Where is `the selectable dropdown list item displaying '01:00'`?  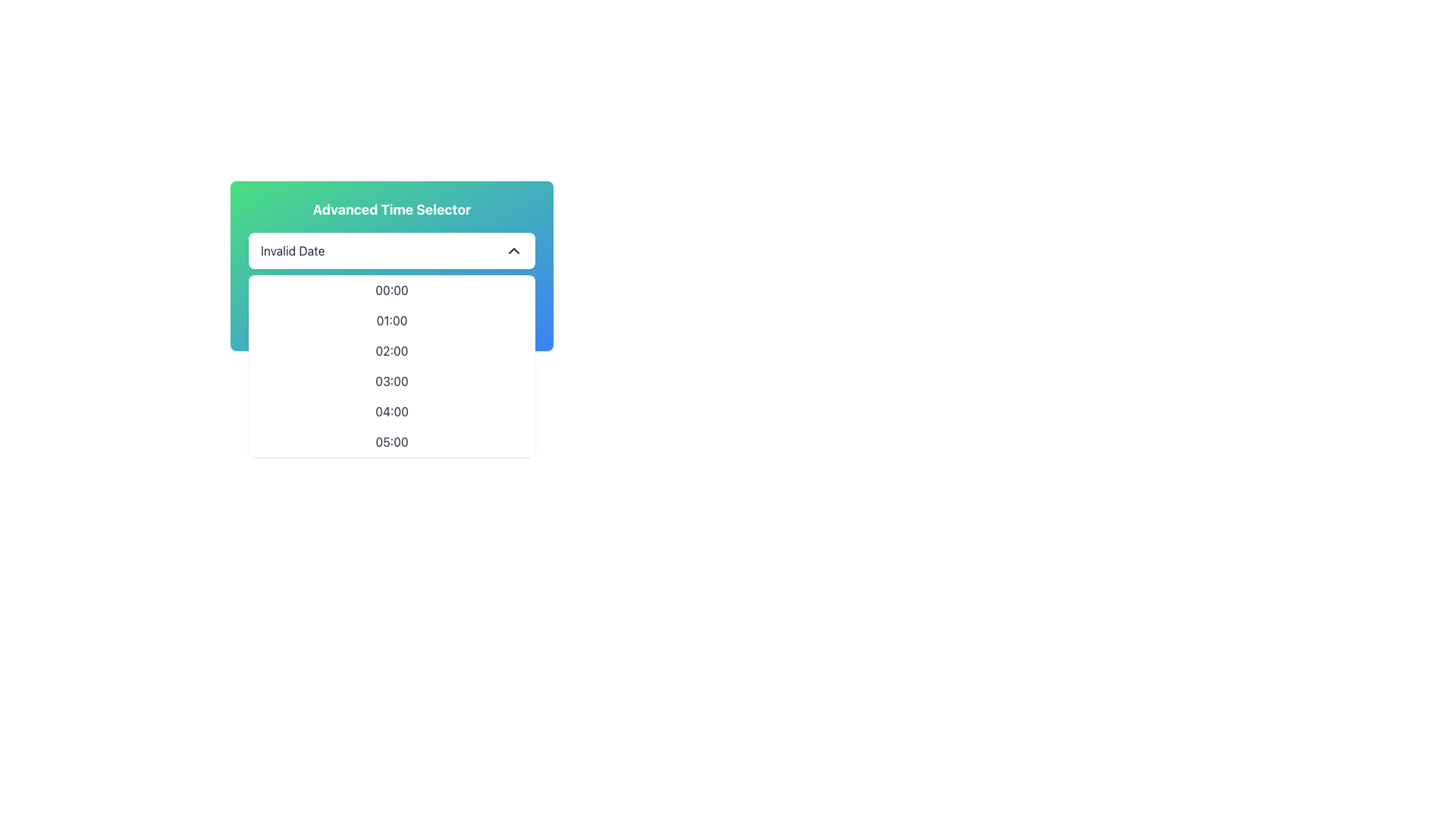 the selectable dropdown list item displaying '01:00' is located at coordinates (392, 320).